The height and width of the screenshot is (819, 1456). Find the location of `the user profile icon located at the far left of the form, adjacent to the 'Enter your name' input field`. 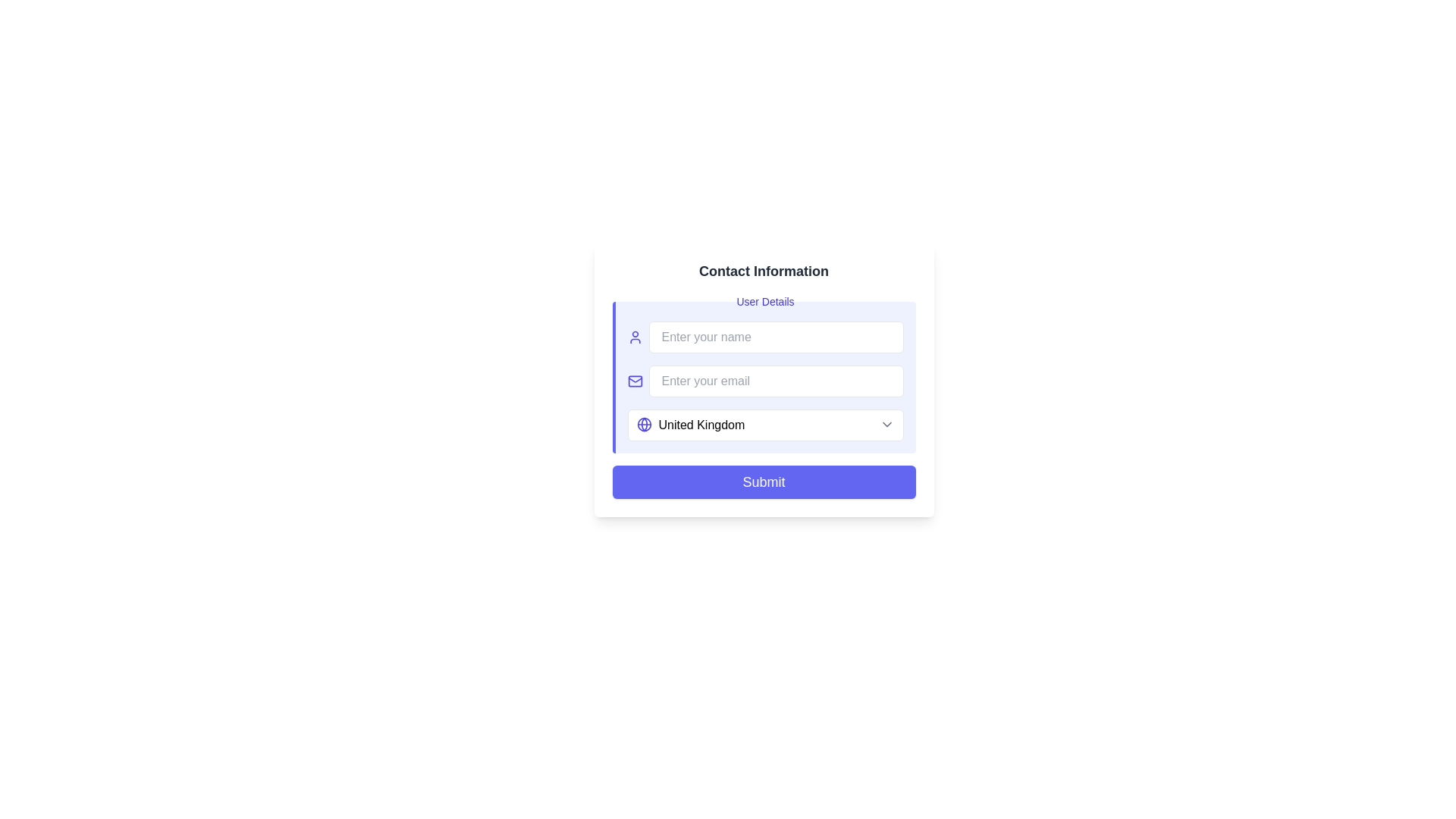

the user profile icon located at the far left of the form, adjacent to the 'Enter your name' input field is located at coordinates (635, 336).